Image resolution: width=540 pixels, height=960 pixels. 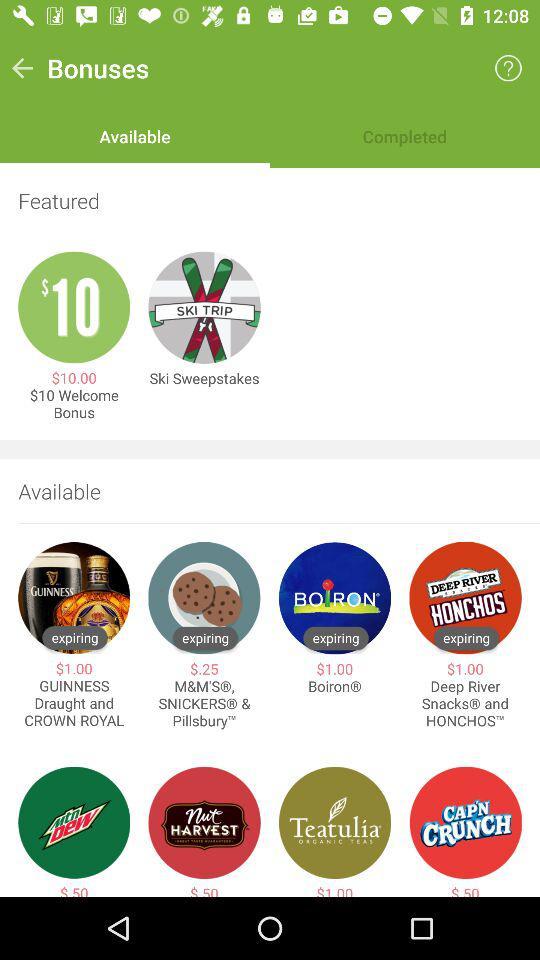 I want to click on icon next to guinness draught and icon, so click(x=203, y=704).